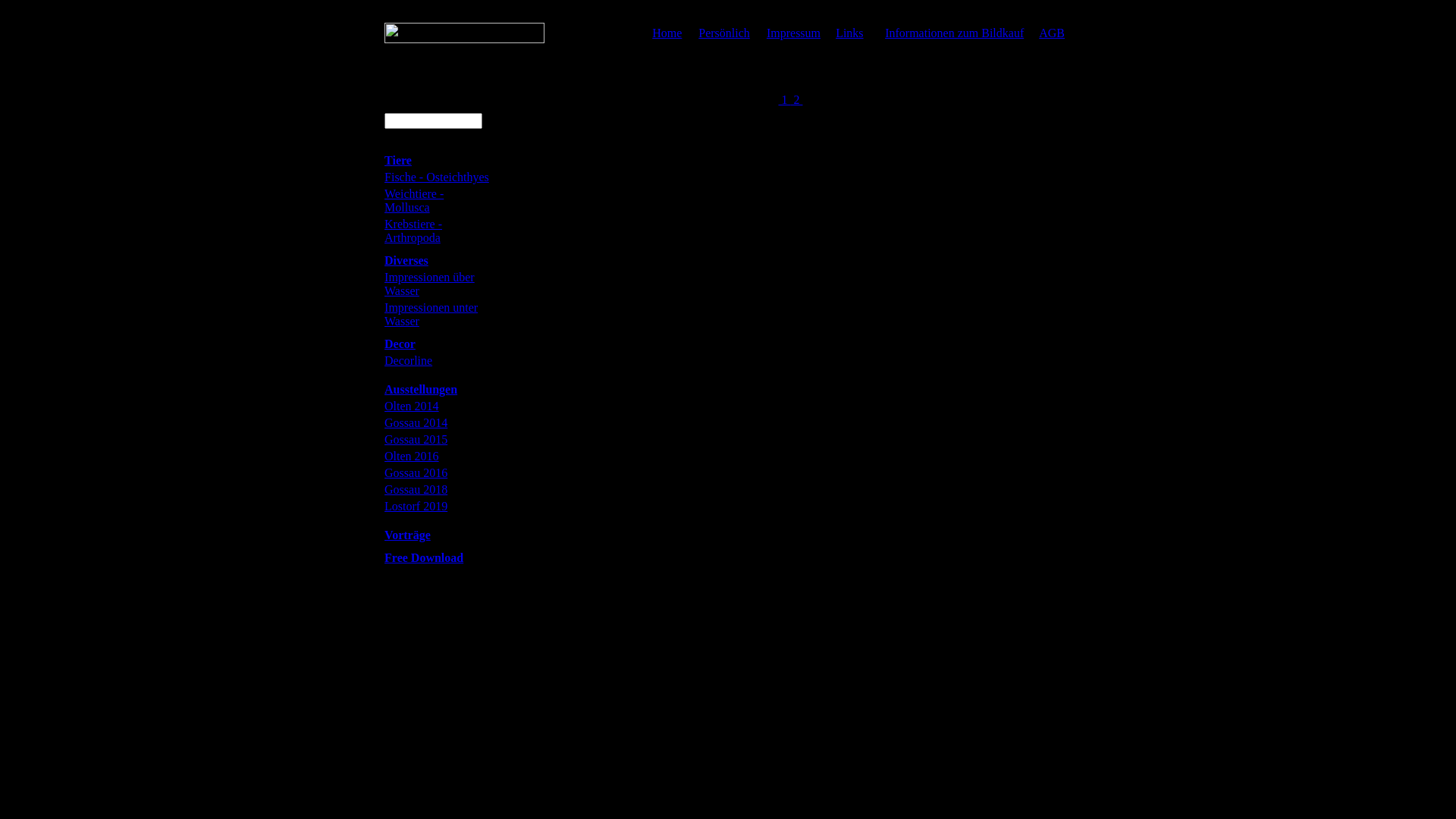 Image resolution: width=1456 pixels, height=819 pixels. What do you see at coordinates (423, 557) in the screenshot?
I see `'Free Download'` at bounding box center [423, 557].